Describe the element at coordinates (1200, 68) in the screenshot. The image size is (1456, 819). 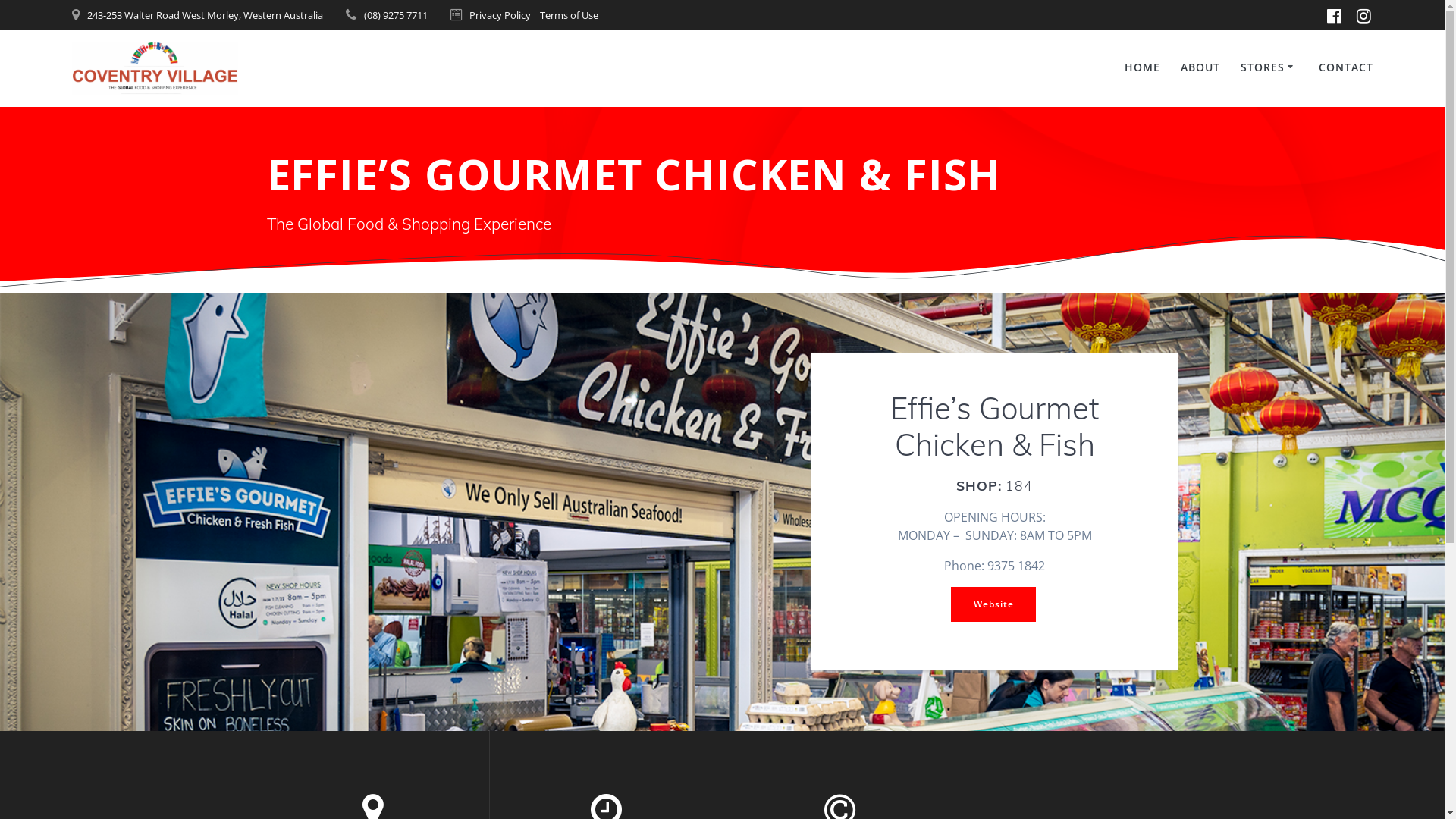
I see `'ABOUT'` at that location.